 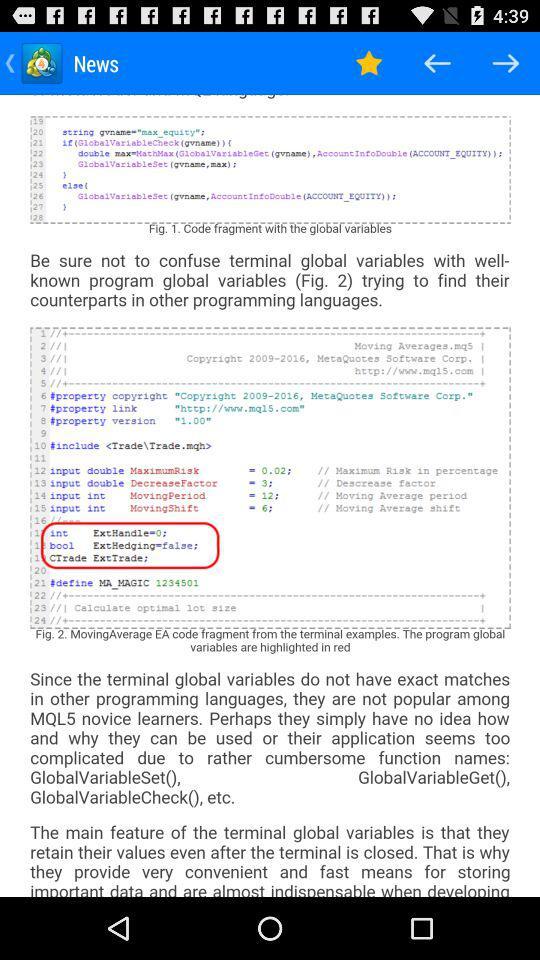 I want to click on description, so click(x=270, y=494).